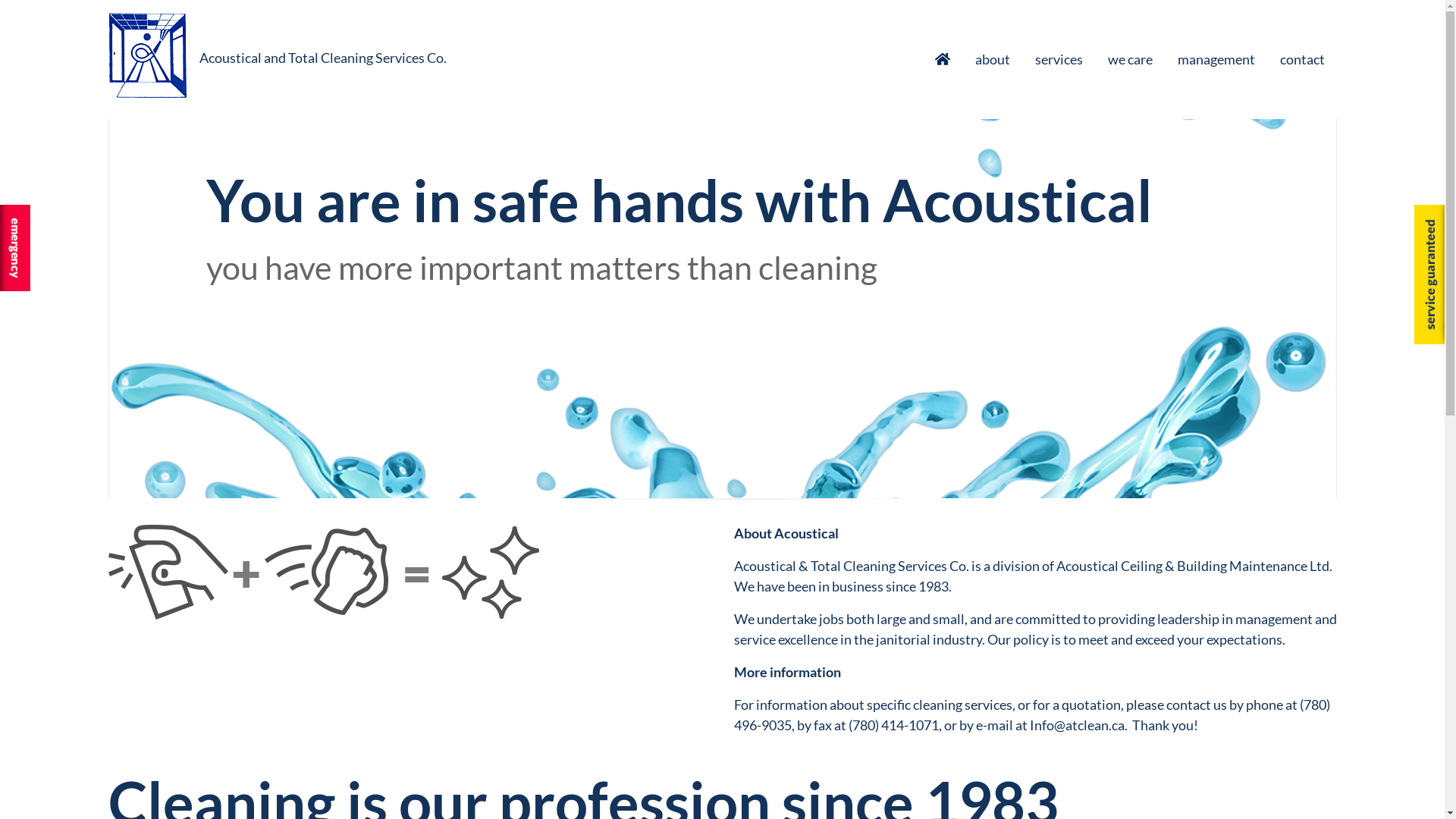 This screenshot has height=819, width=1456. I want to click on 'about', so click(993, 58).